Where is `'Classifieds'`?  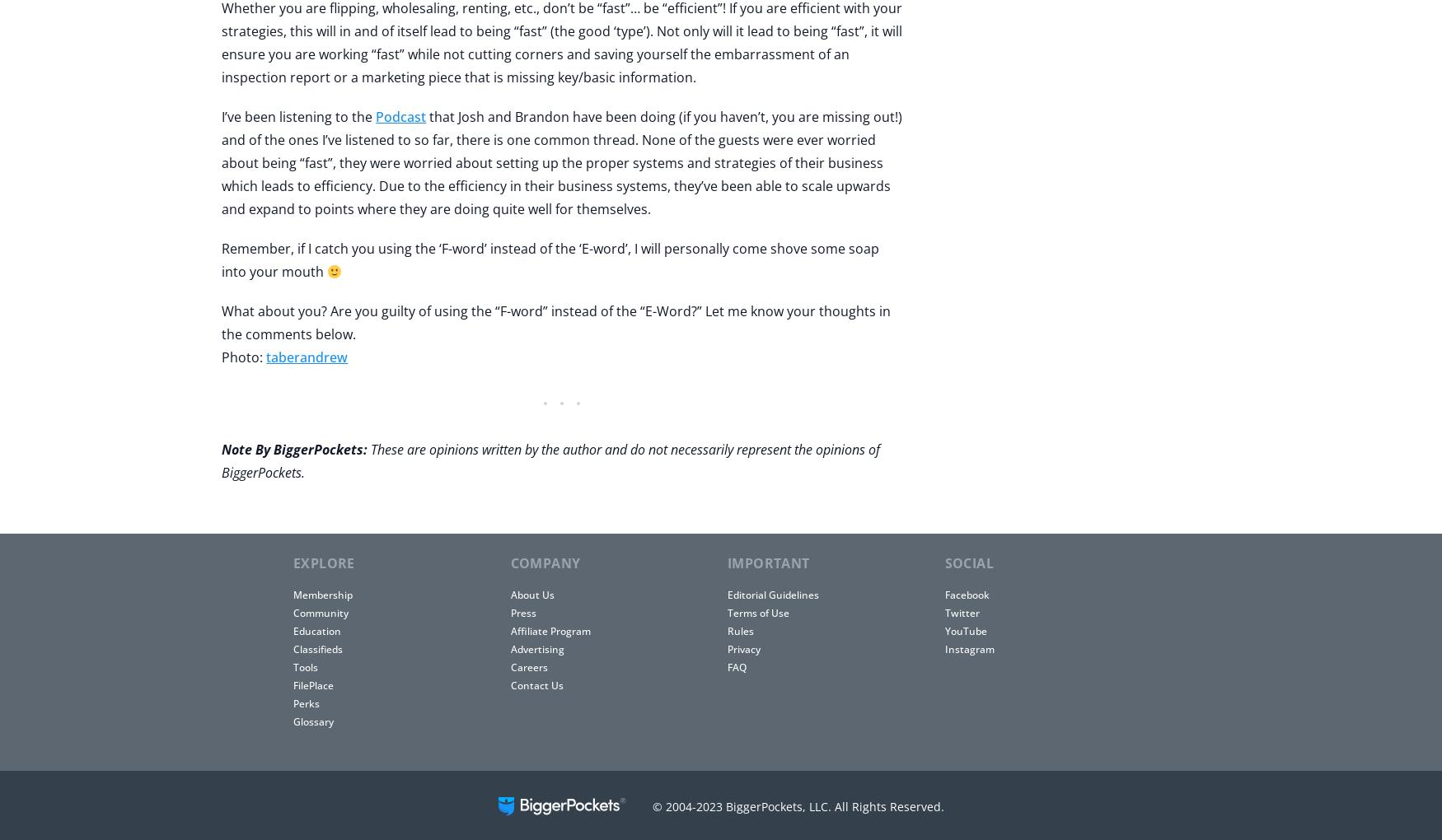
'Classifieds' is located at coordinates (293, 648).